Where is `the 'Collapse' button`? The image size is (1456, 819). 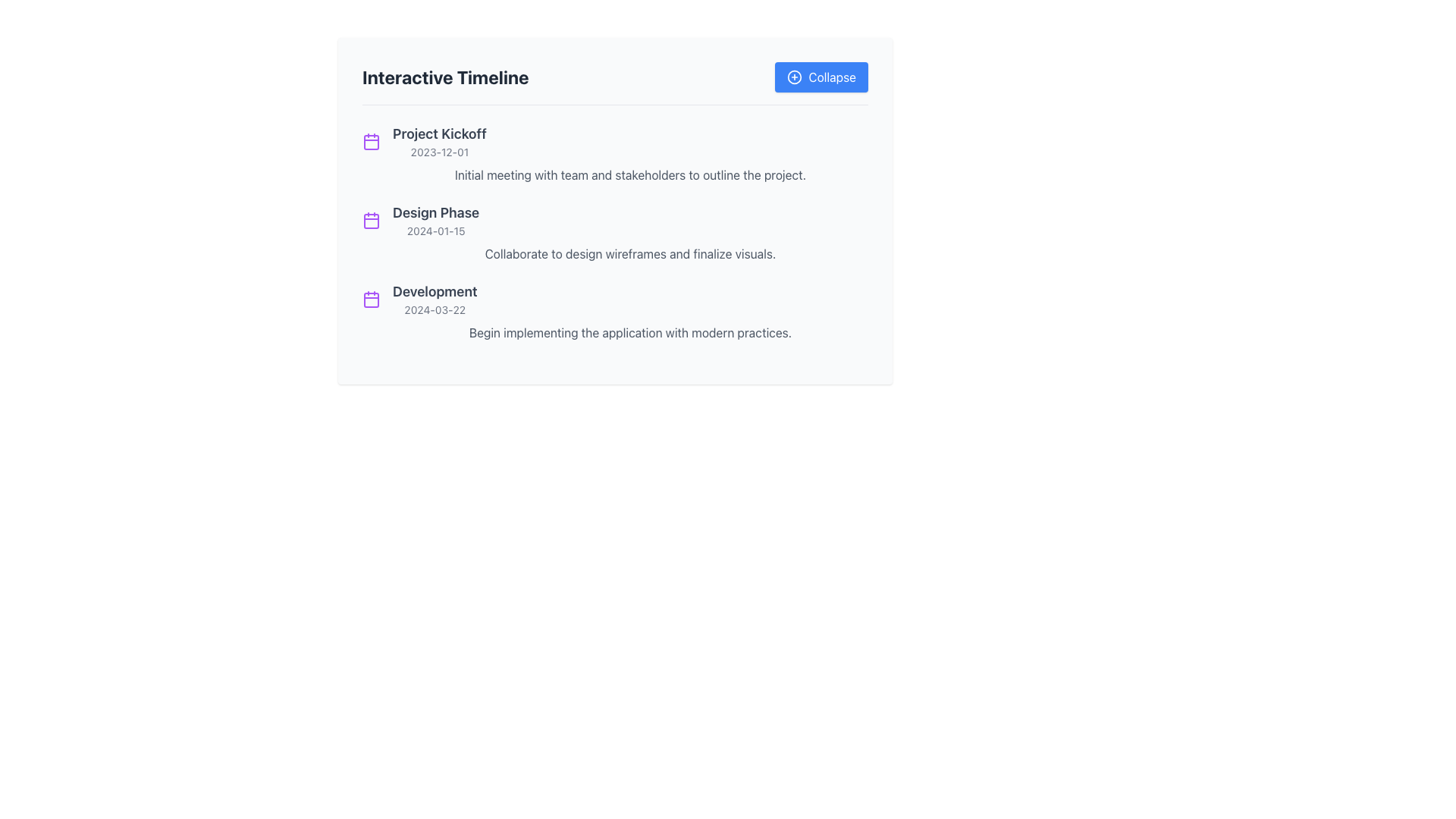 the 'Collapse' button is located at coordinates (821, 77).